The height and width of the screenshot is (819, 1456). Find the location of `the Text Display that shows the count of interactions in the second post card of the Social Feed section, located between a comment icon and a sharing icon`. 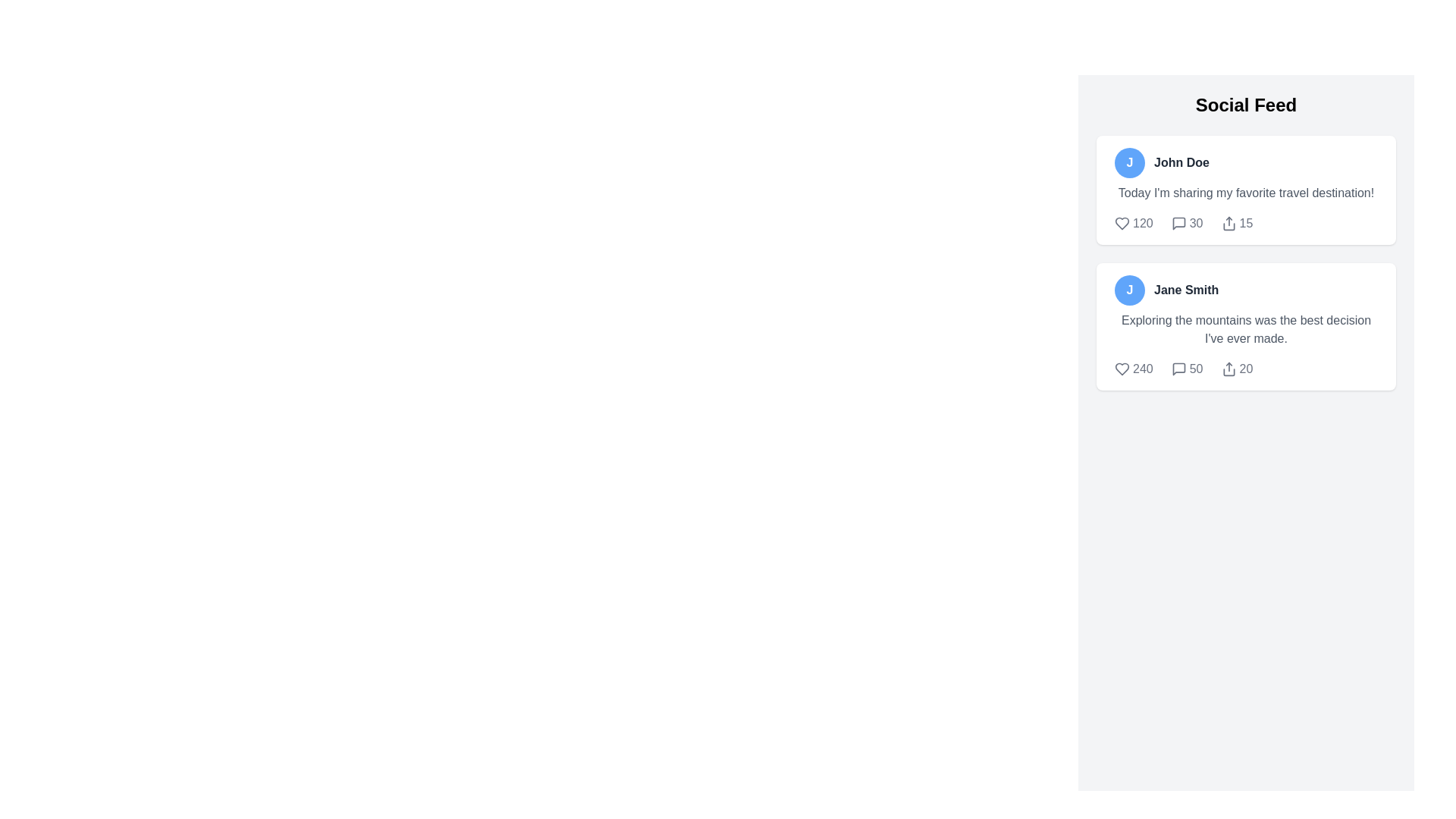

the Text Display that shows the count of interactions in the second post card of the Social Feed section, located between a comment icon and a sharing icon is located at coordinates (1195, 369).